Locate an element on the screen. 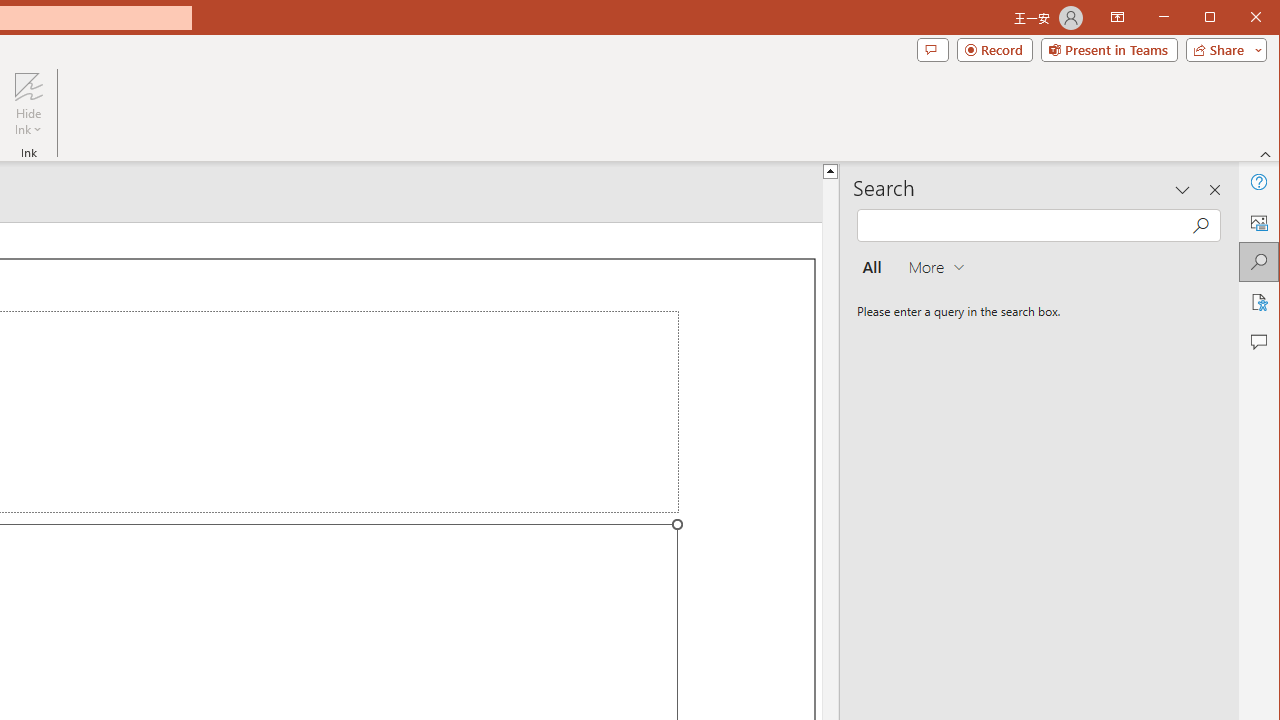  'Accessibility' is located at coordinates (1257, 302).